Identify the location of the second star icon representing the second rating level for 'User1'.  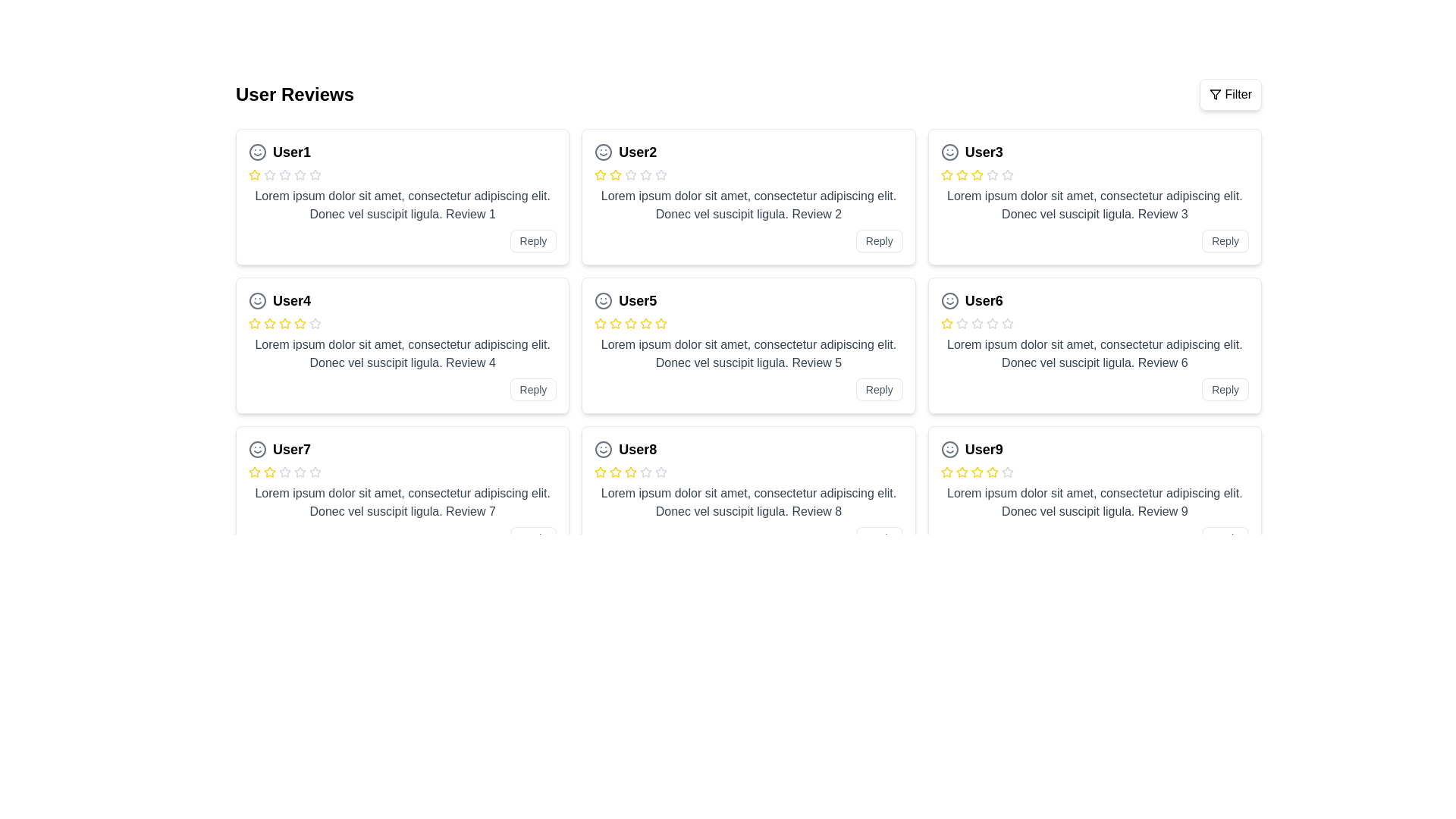
(284, 174).